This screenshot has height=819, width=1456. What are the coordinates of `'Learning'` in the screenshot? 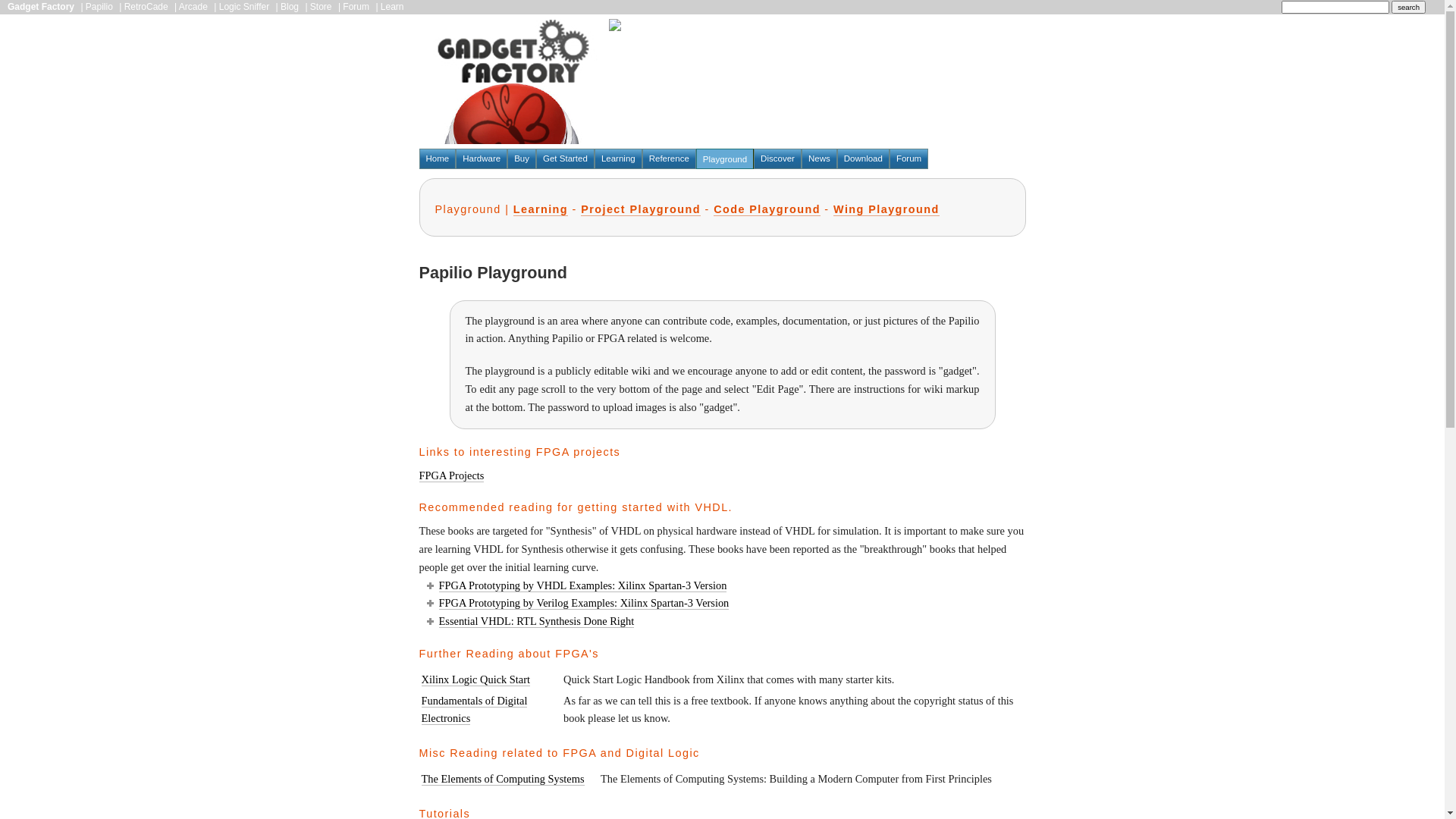 It's located at (541, 209).